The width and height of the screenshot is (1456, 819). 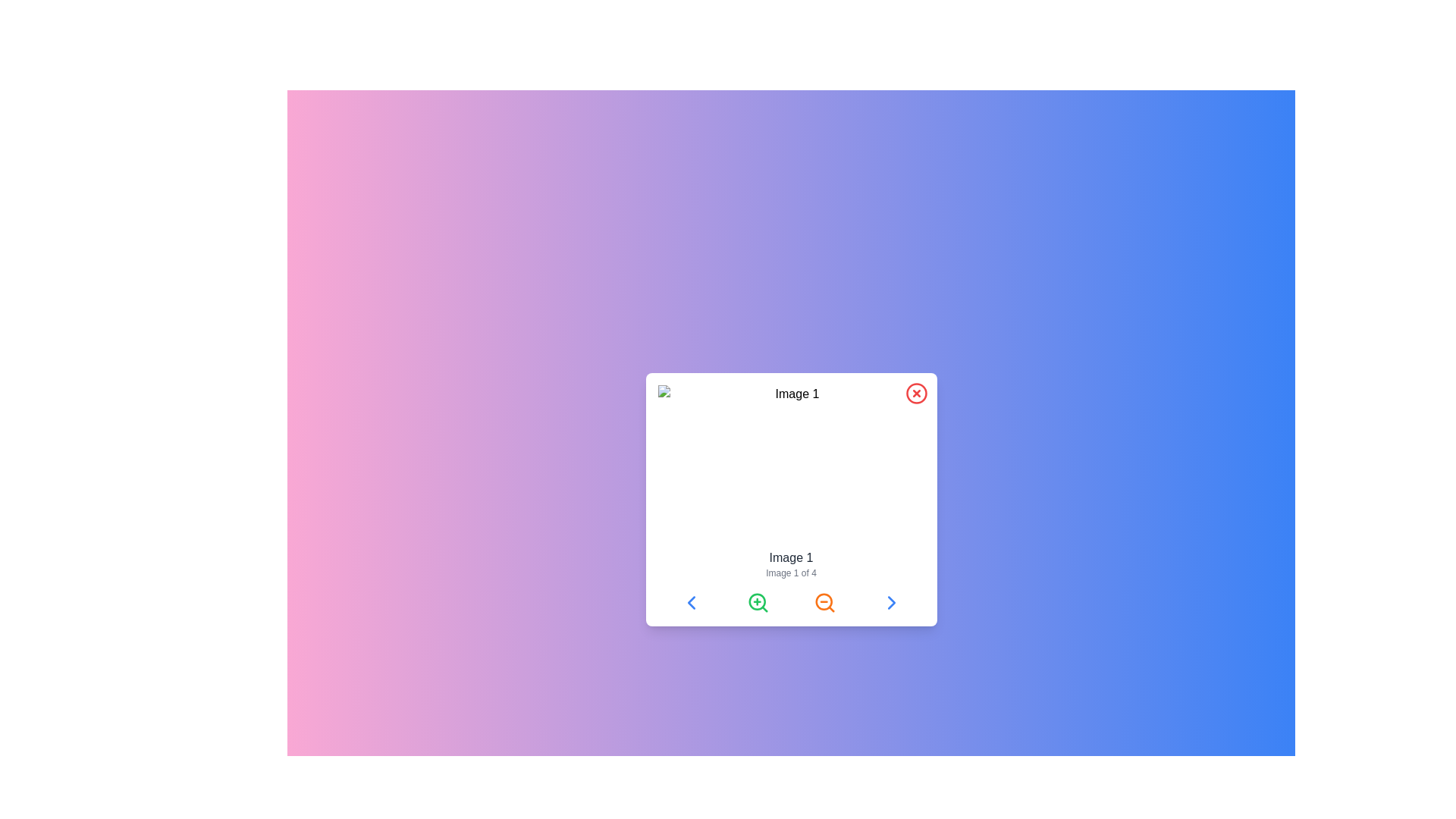 I want to click on the circular SVG shape that forms part of the zoom-in control button in the bottom-center control bar of the floating modal box, so click(x=757, y=601).